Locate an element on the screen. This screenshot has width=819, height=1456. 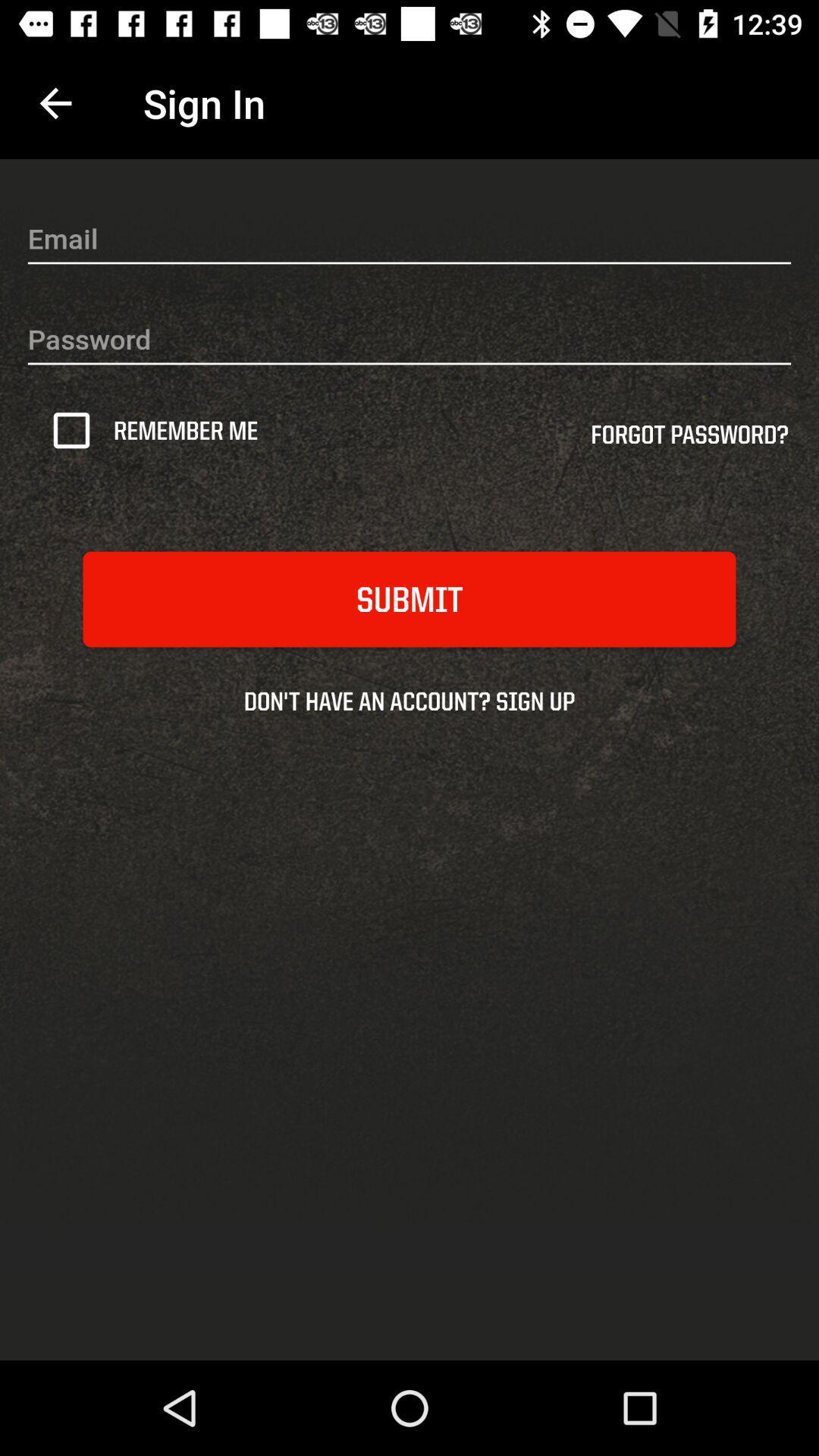
item to the left of sign in item is located at coordinates (55, 102).